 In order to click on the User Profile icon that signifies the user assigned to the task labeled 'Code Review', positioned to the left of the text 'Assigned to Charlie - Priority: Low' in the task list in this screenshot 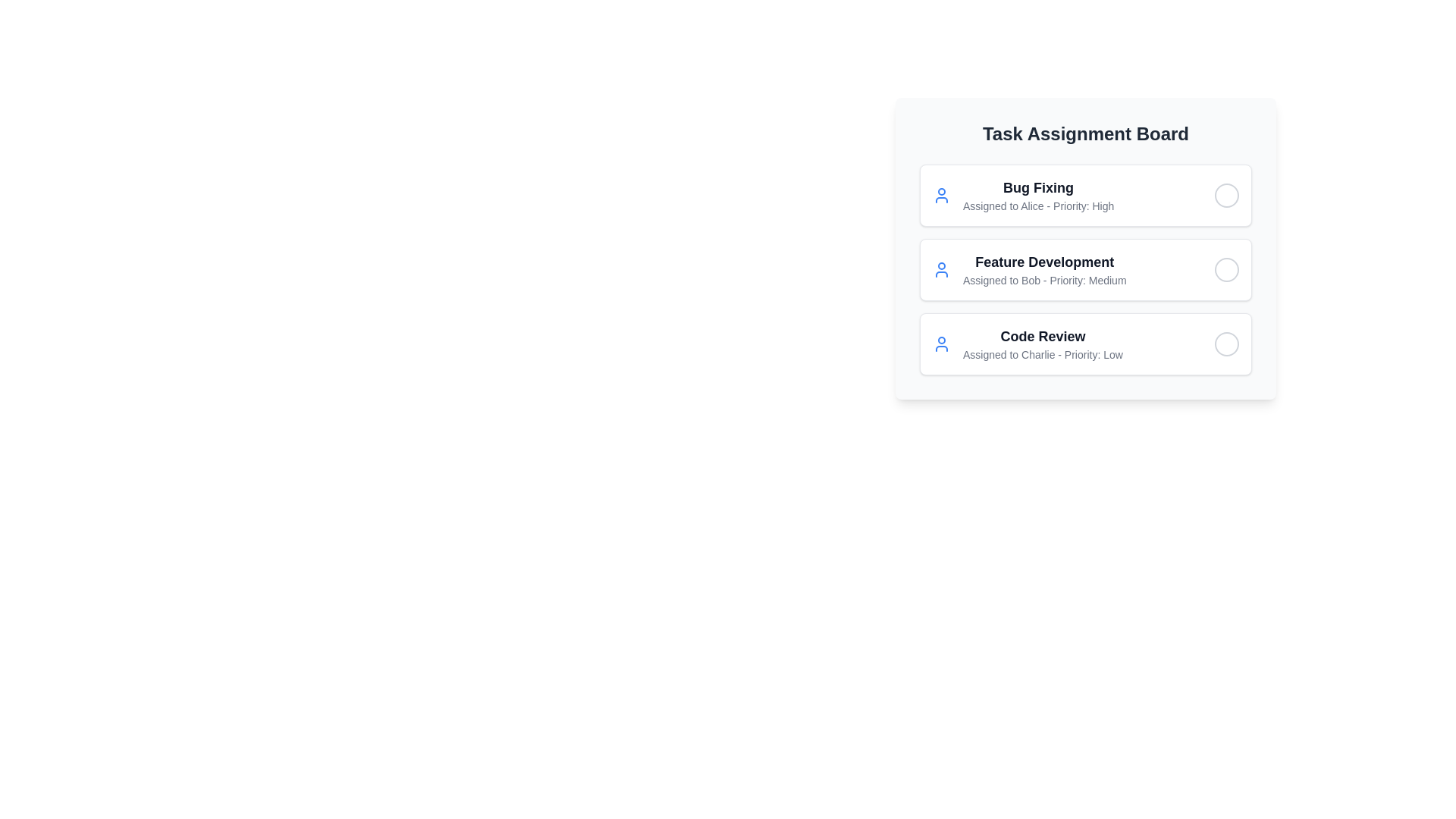, I will do `click(941, 344)`.